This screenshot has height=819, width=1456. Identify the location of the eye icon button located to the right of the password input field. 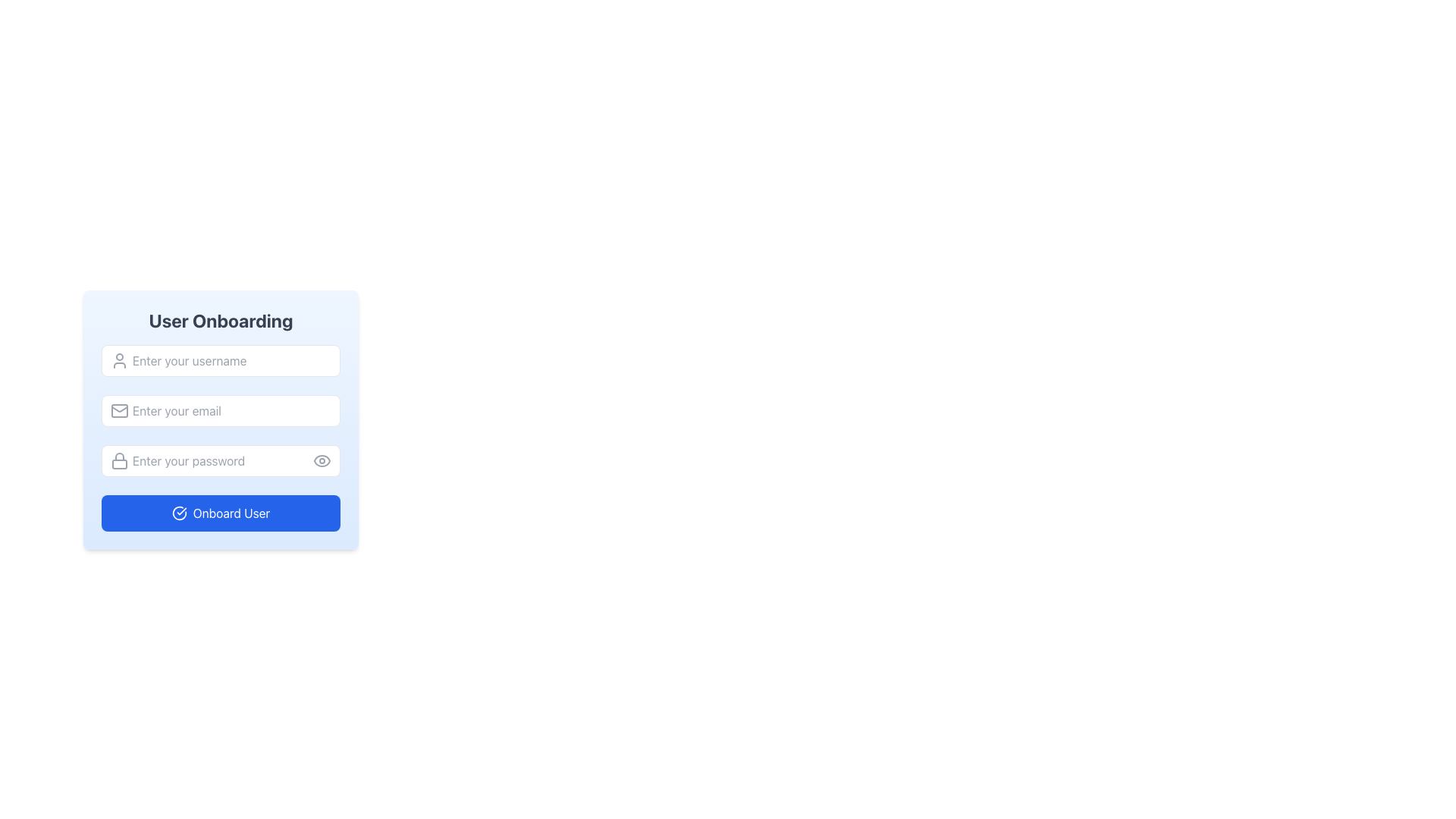
(322, 460).